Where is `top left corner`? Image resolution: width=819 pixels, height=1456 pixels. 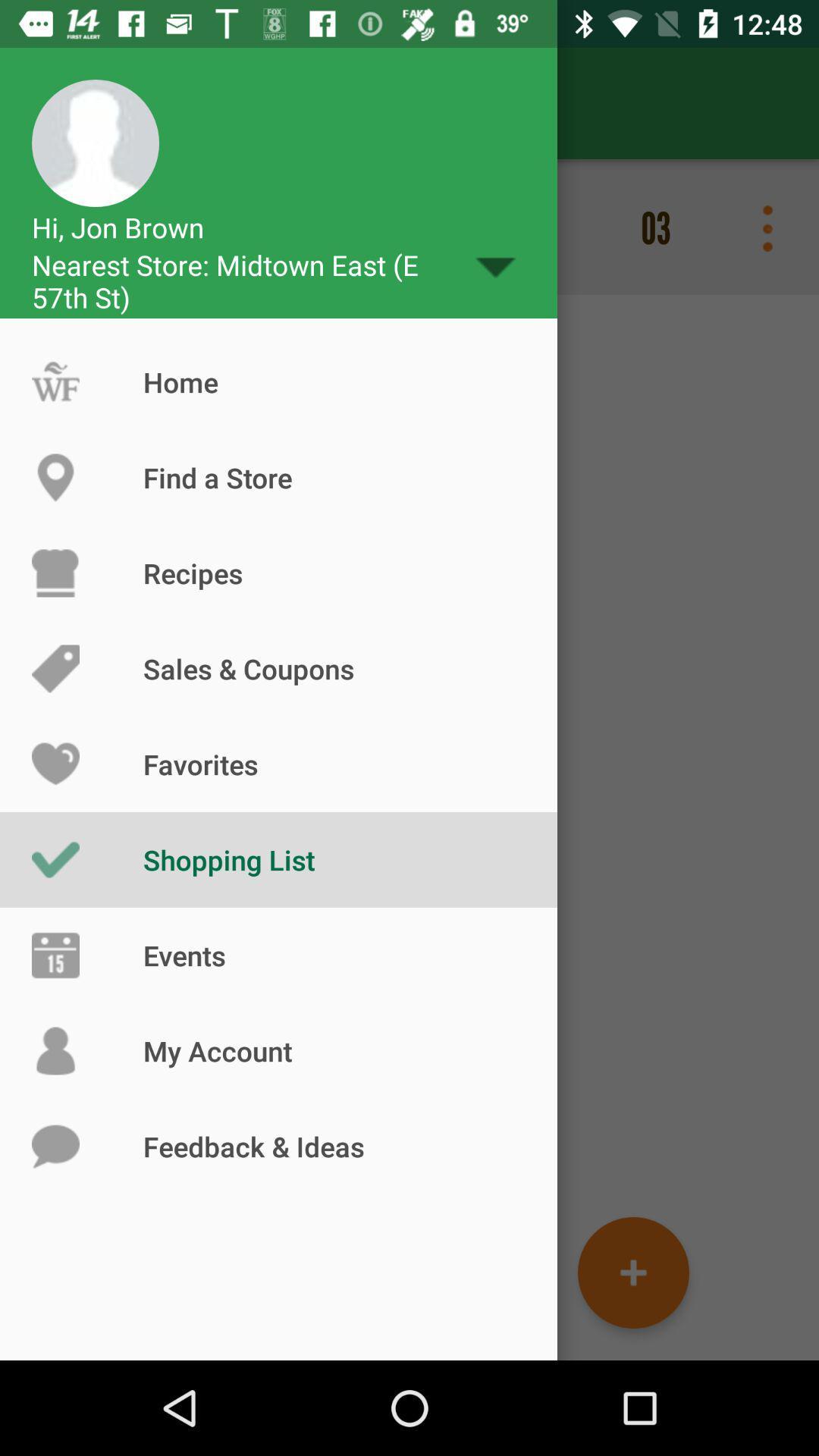 top left corner is located at coordinates (96, 143).